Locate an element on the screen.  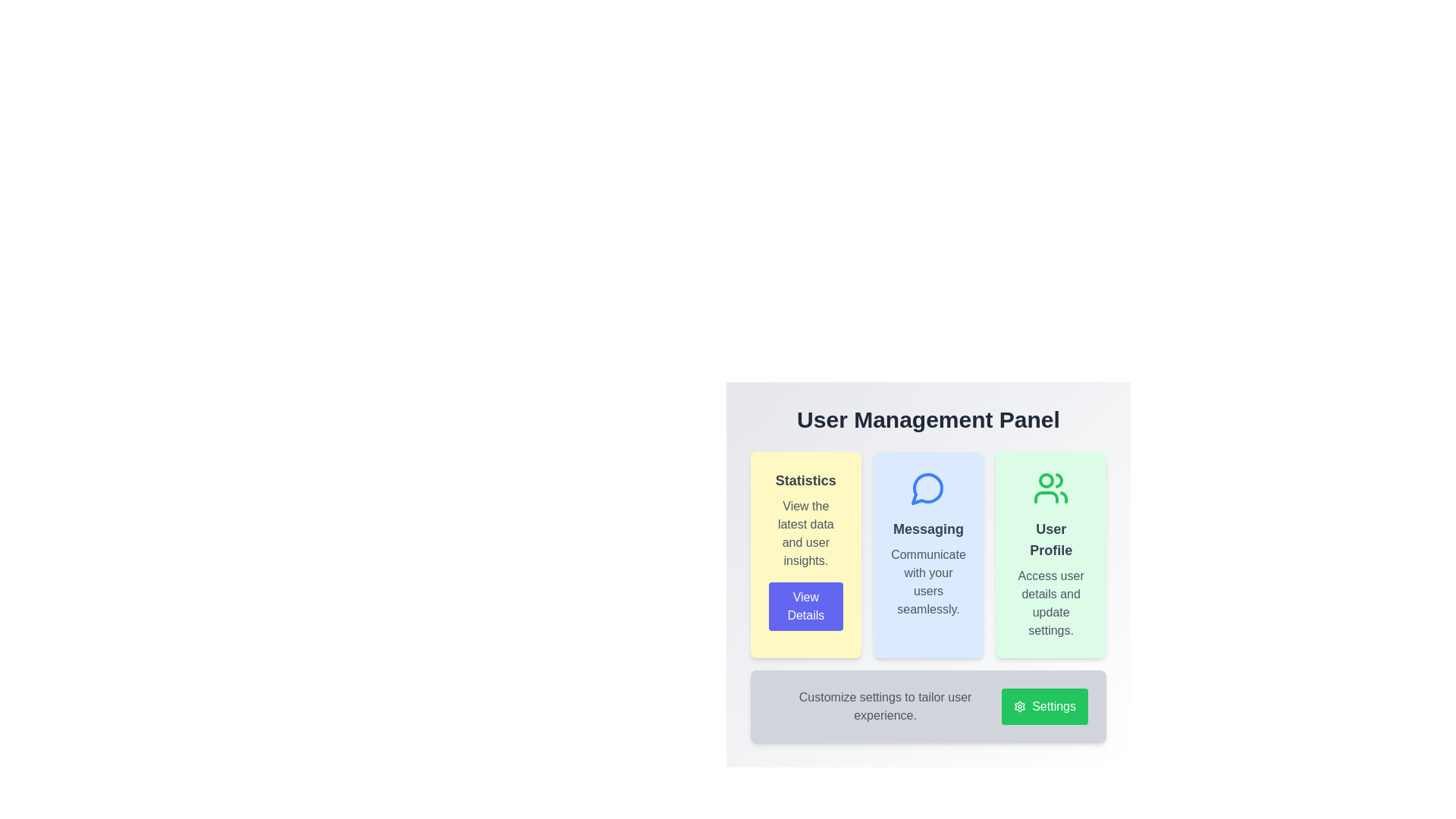
the green SVG icon representing a group of users located at the top center of the 'User Profile' section, which is directly above the 'User Profile' label is located at coordinates (1050, 488).